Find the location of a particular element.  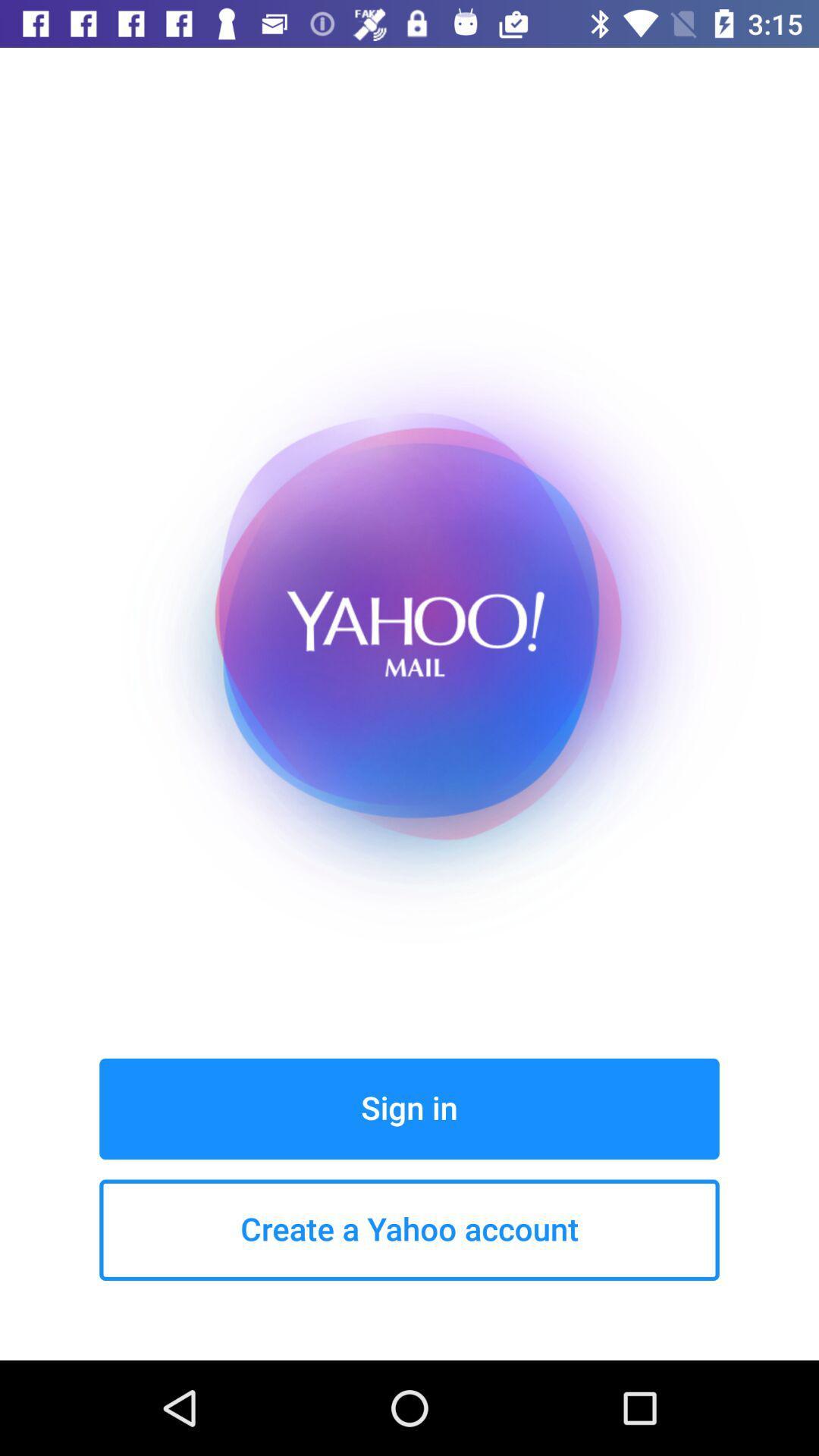

the item below sign in icon is located at coordinates (409, 1230).